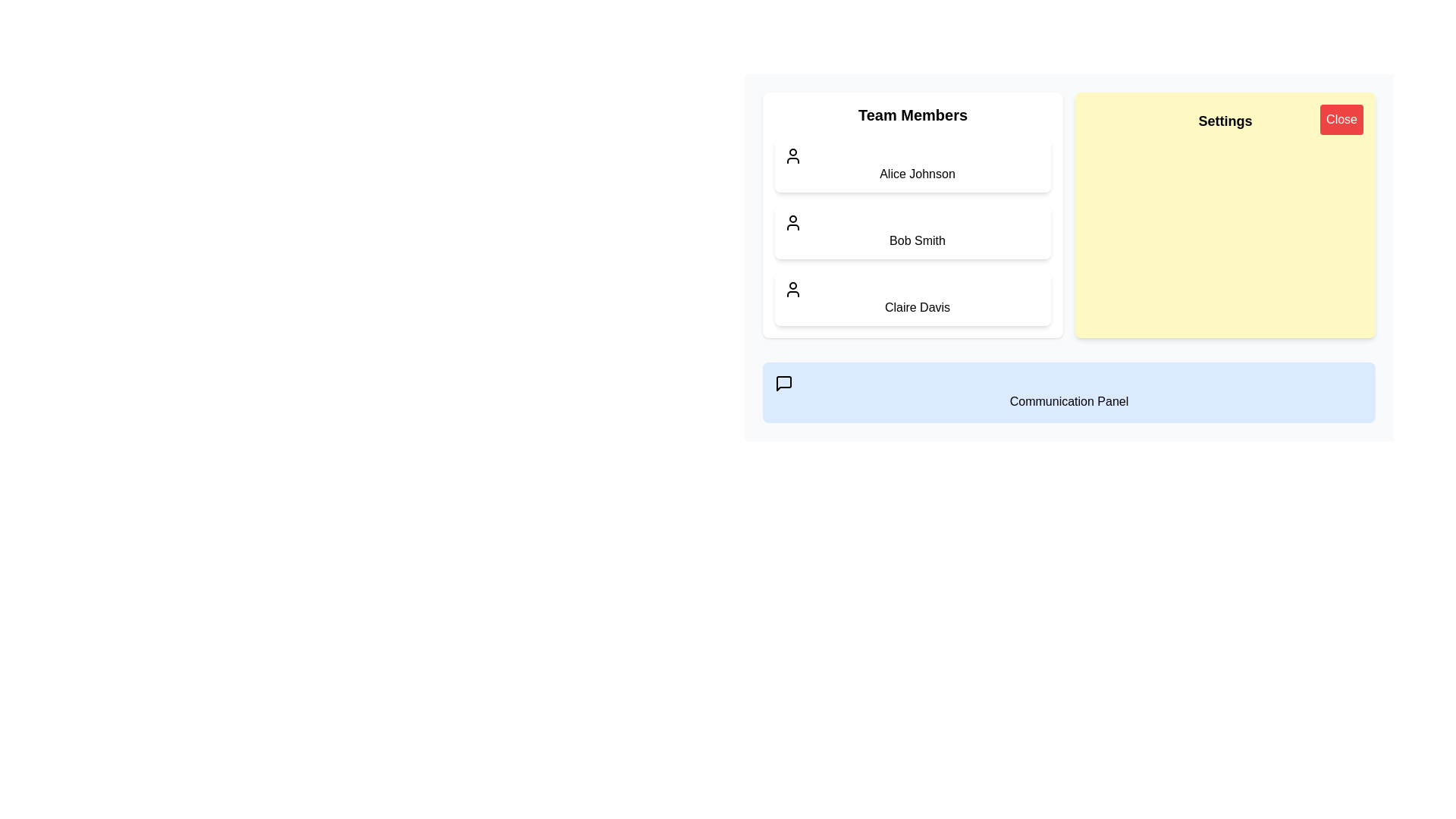 The height and width of the screenshot is (819, 1456). Describe the element at coordinates (916, 307) in the screenshot. I see `the static text label displaying 'Claire Davis', which is part of the team member list on the right side of the panel` at that location.